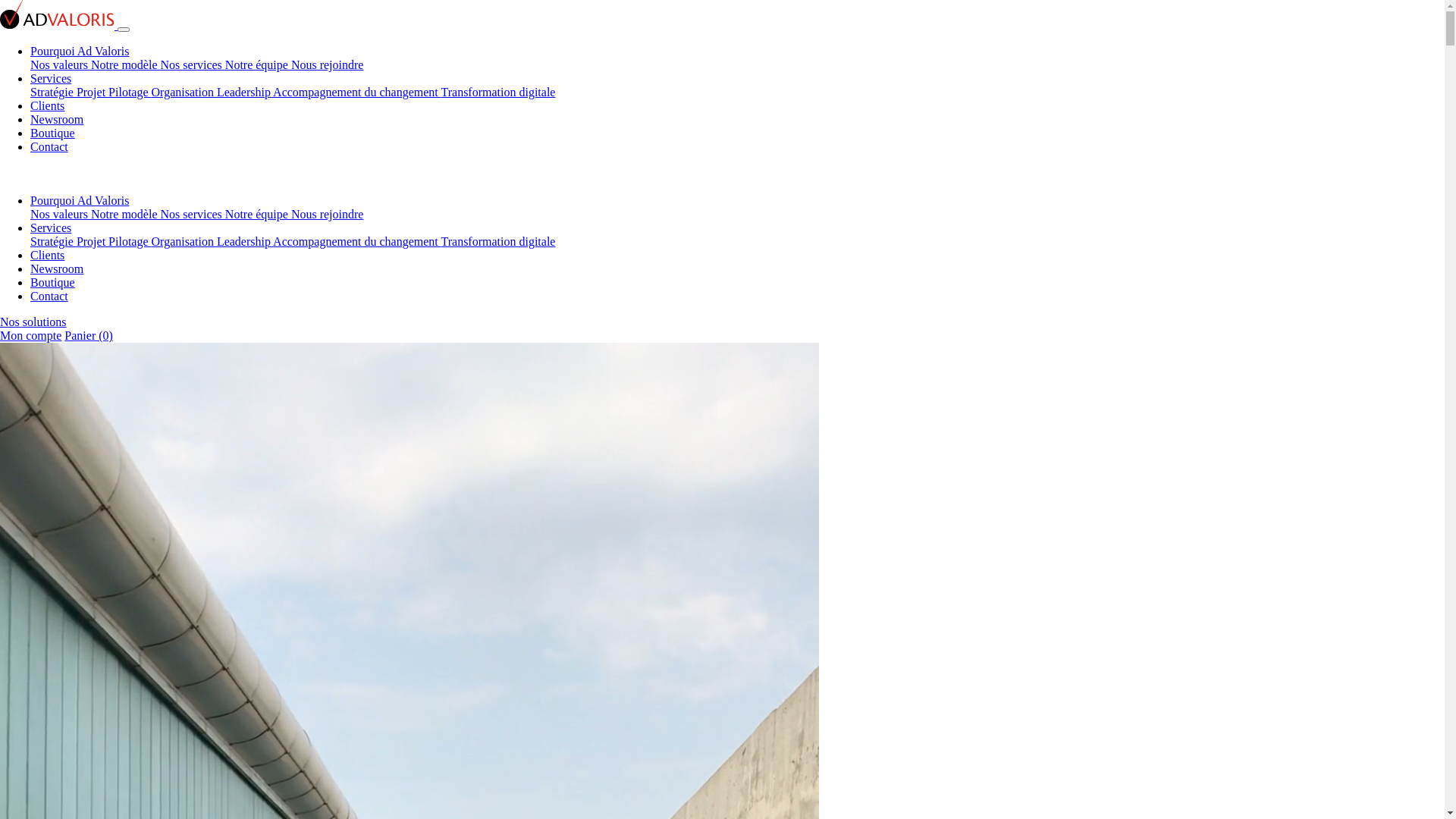 The image size is (1456, 819). Describe the element at coordinates (356, 240) in the screenshot. I see `'Accompagnement du changement'` at that location.